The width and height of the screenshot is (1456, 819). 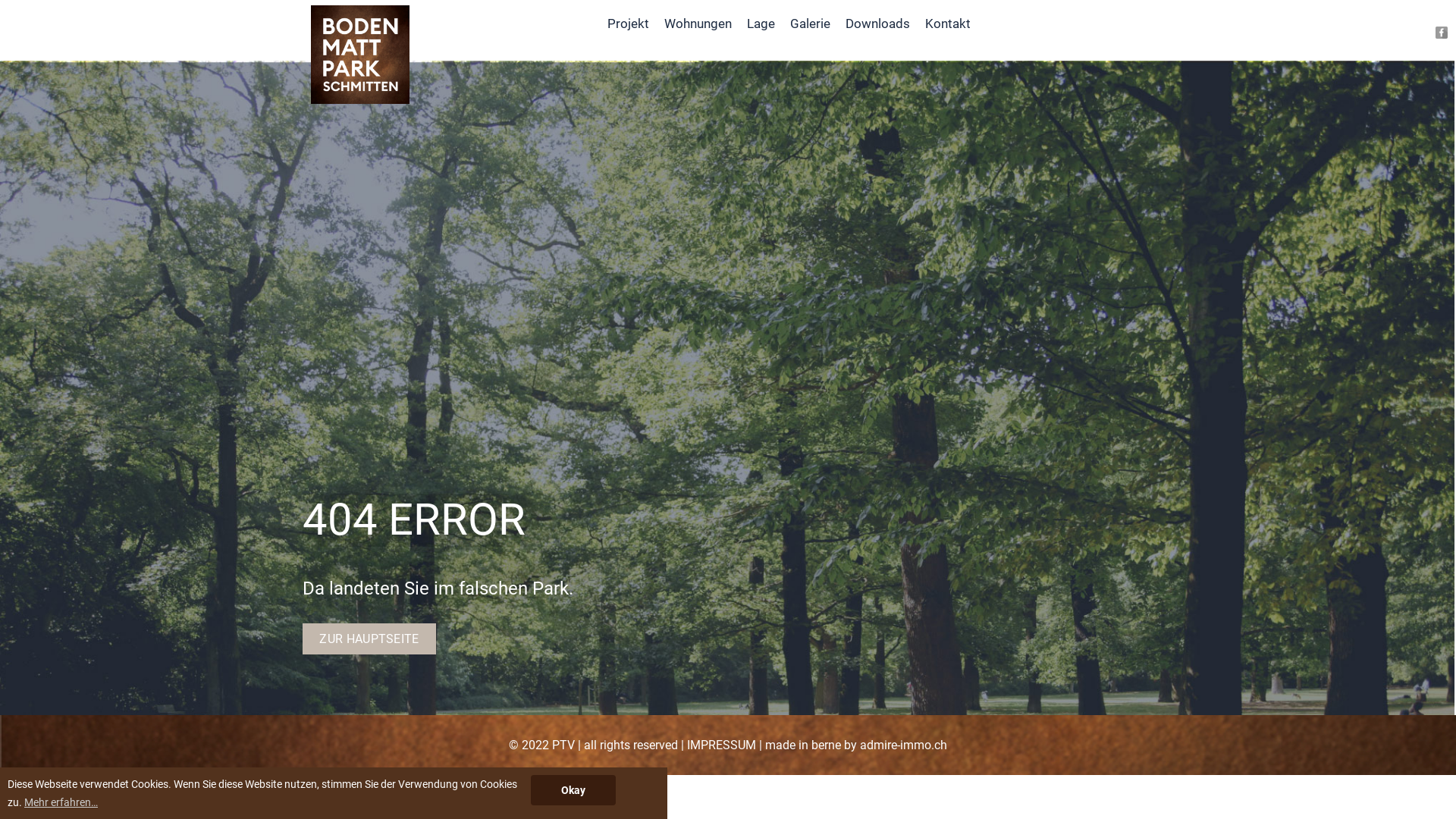 What do you see at coordinates (720, 744) in the screenshot?
I see `'IMPRESSUM'` at bounding box center [720, 744].